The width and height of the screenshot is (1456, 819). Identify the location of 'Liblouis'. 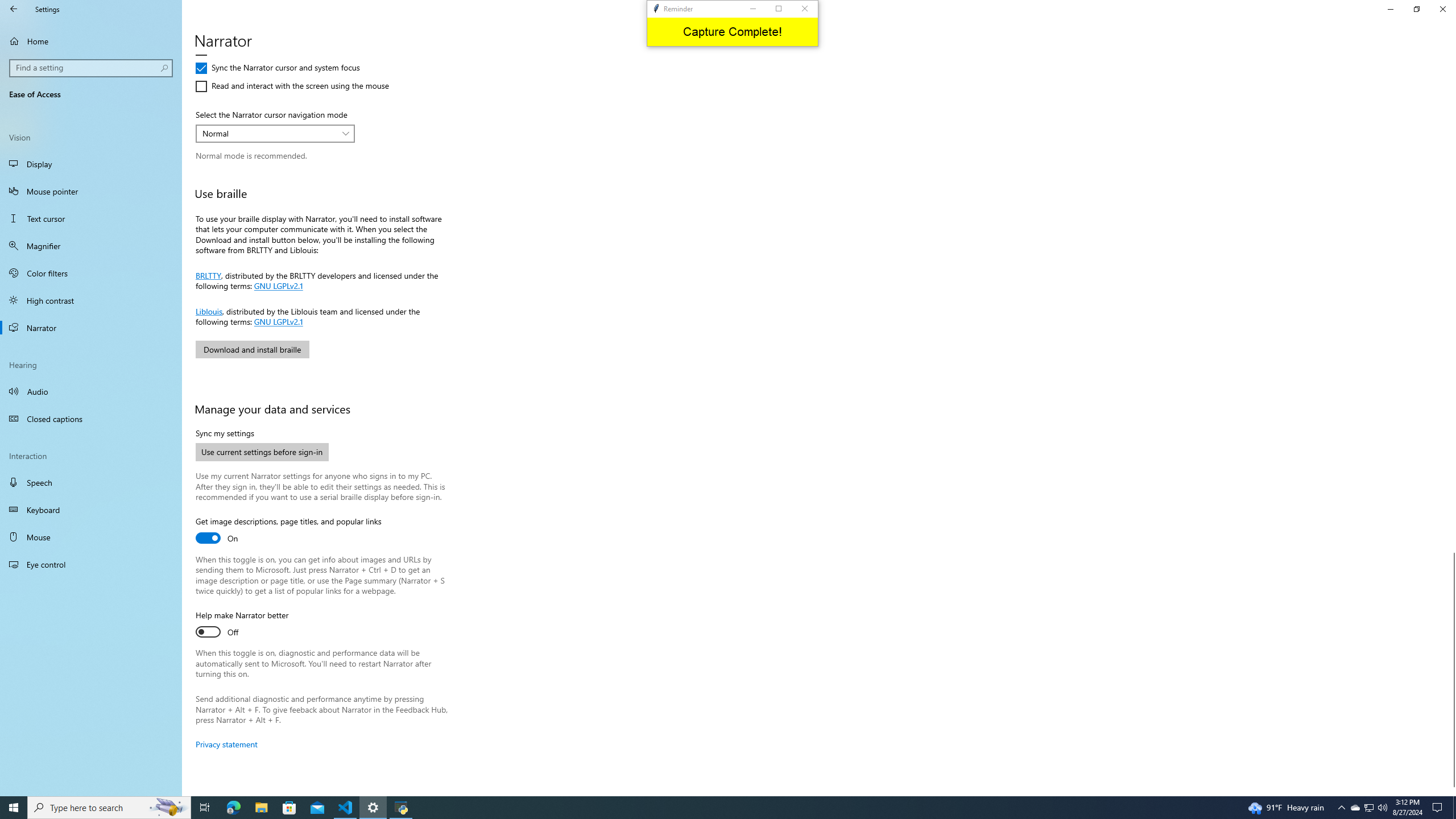
(208, 309).